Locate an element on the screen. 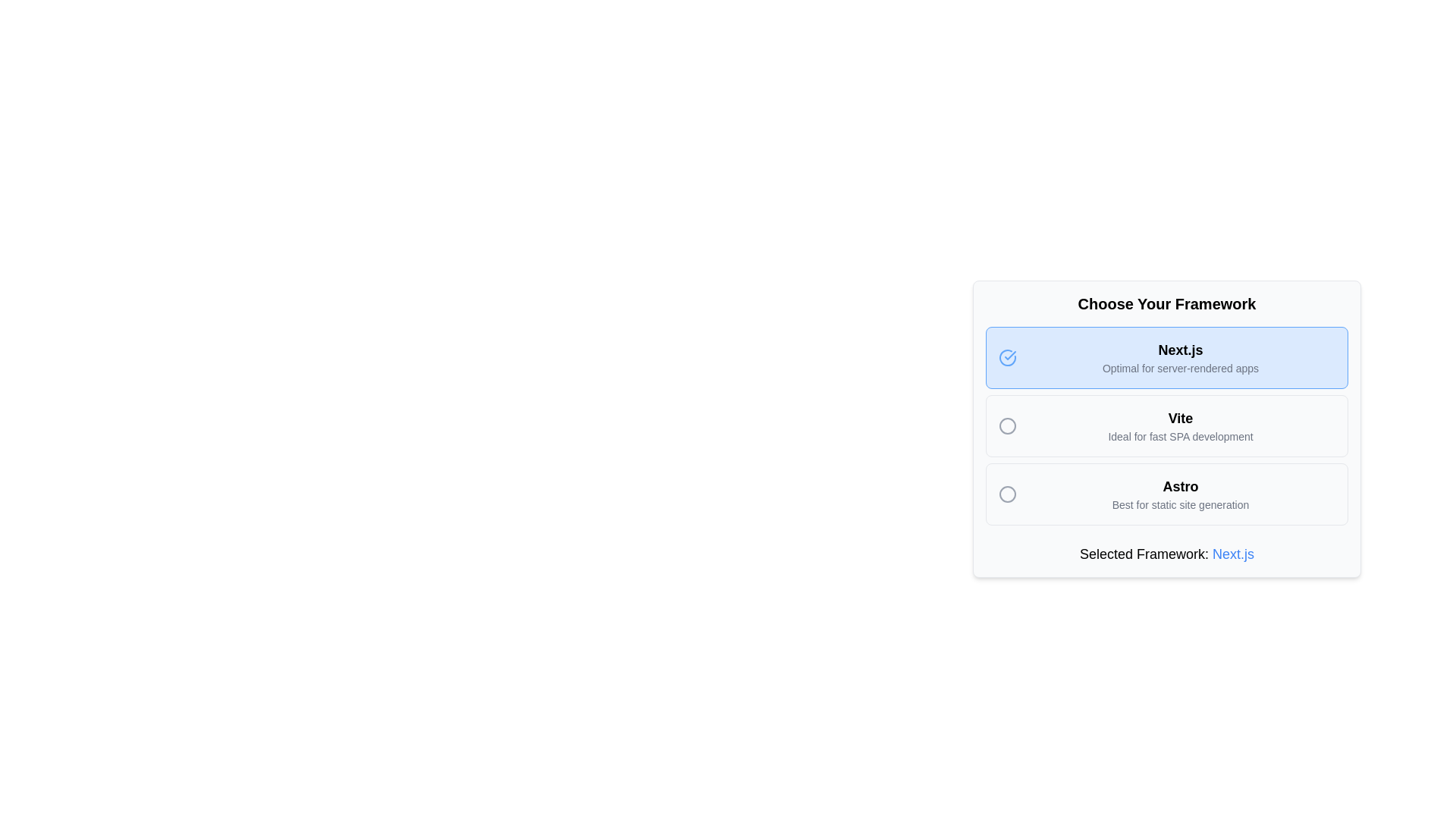 The image size is (1456, 819). static text description located beneath the 'Vite' option in the list of frameworks, which provides key features and selling points of the 'Vite' framework is located at coordinates (1179, 436).